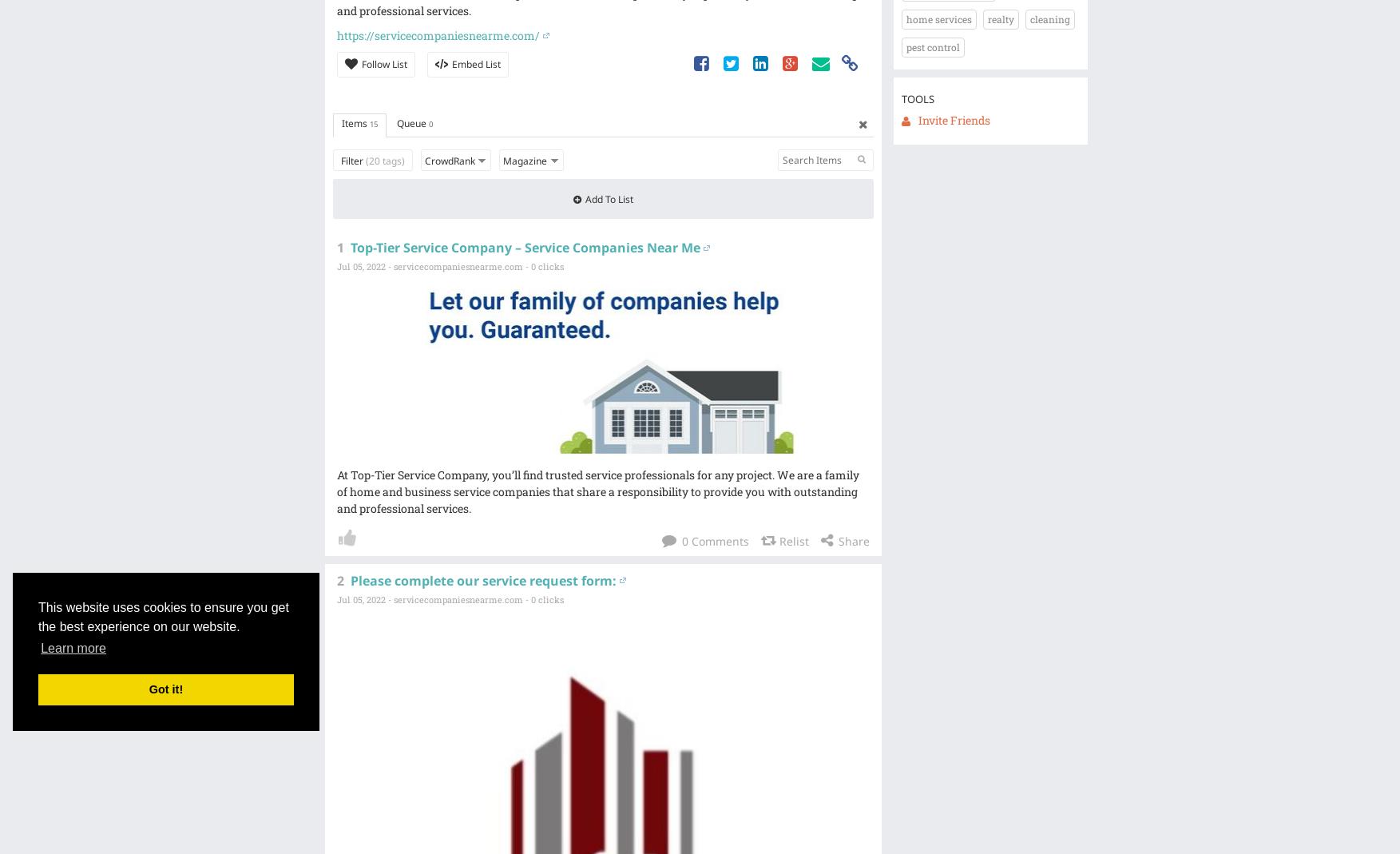 This screenshot has height=854, width=1400. I want to click on 'Items', so click(354, 123).